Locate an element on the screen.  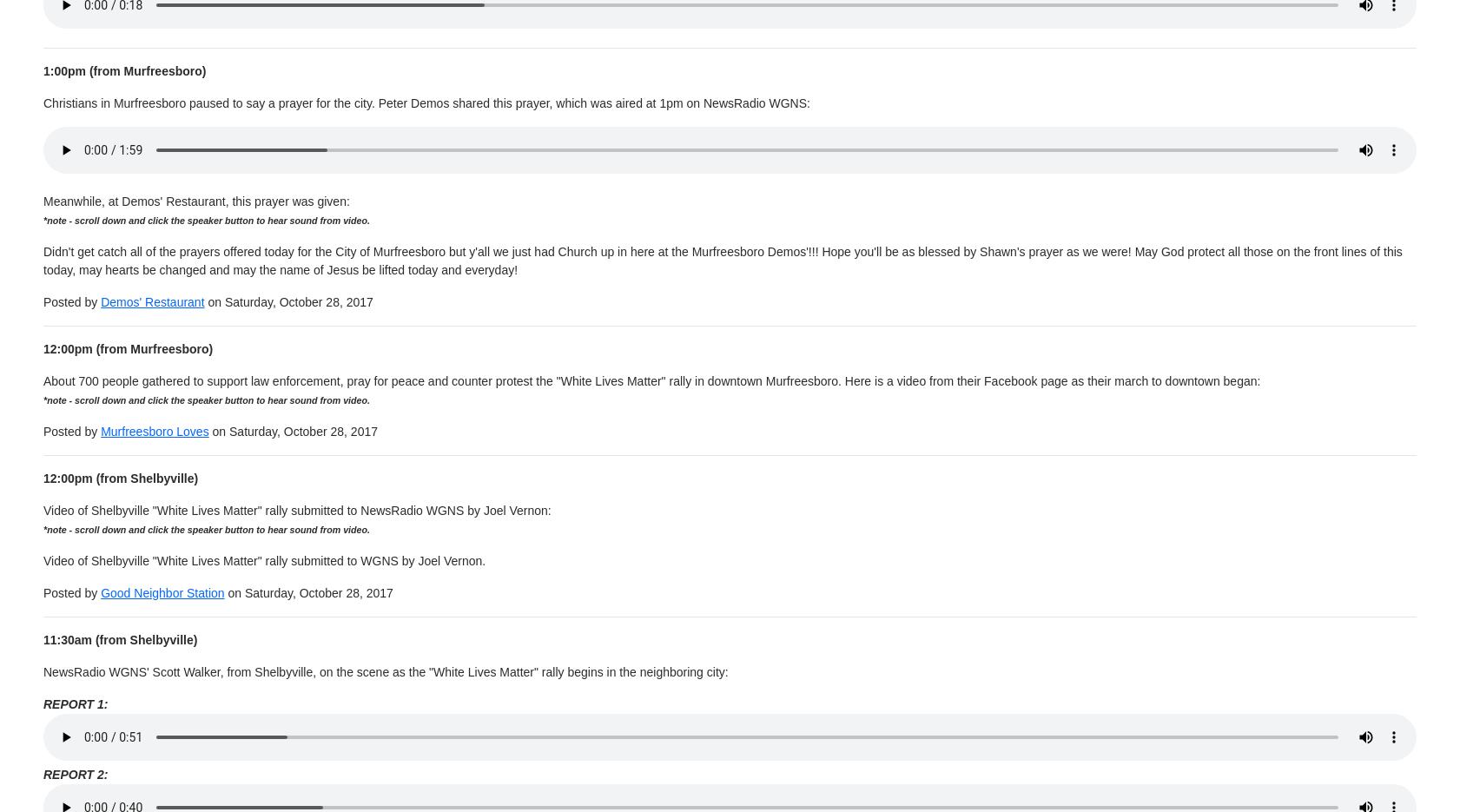
'Good Neighbor Station' is located at coordinates (99, 591).